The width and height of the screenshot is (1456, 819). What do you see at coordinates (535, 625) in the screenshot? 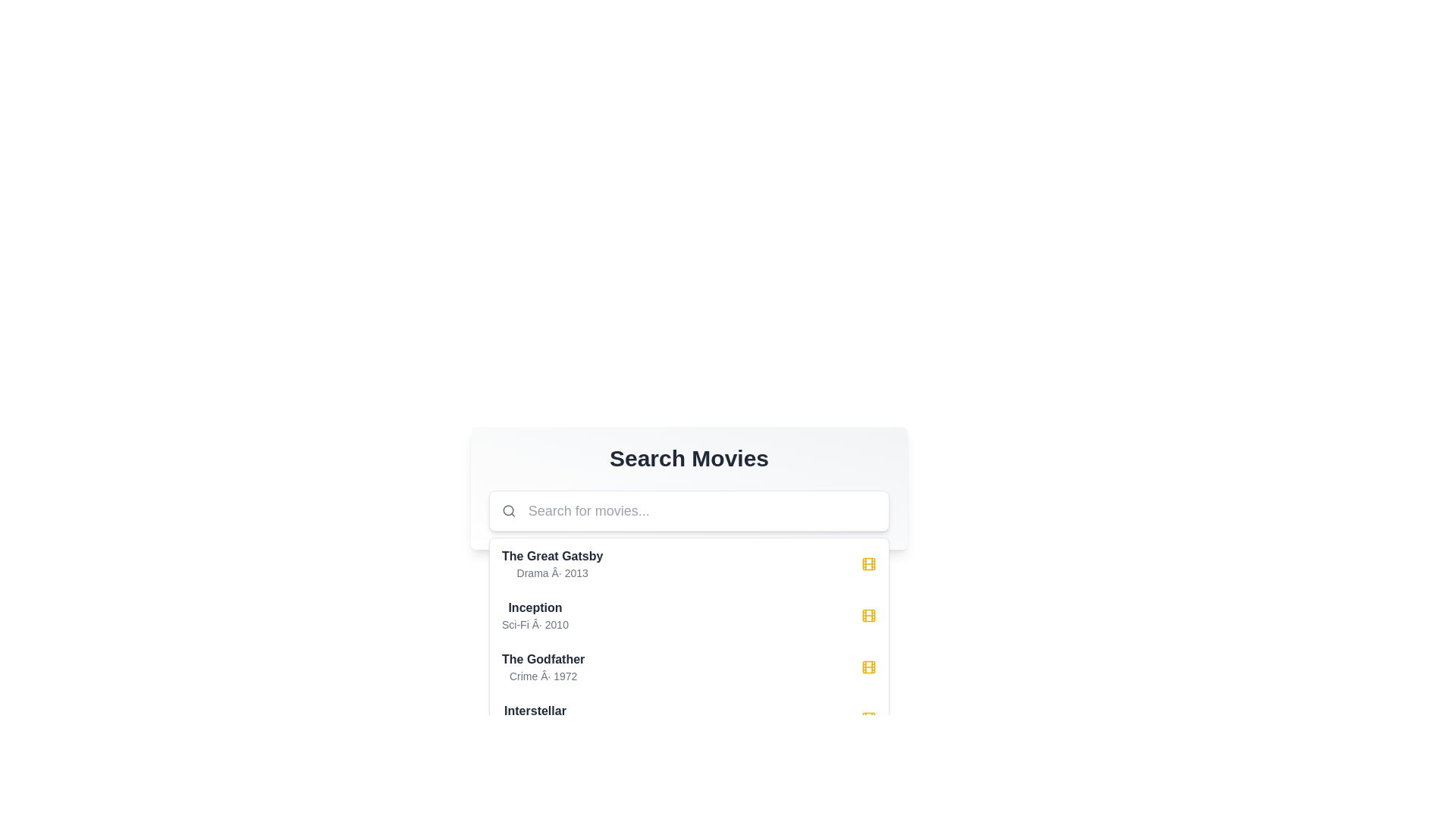
I see `the text label displaying 'Sci-Fi · 2010', which is styled in a small-sized, gray font and located below the 'Inception' label in the movie search results` at bounding box center [535, 625].